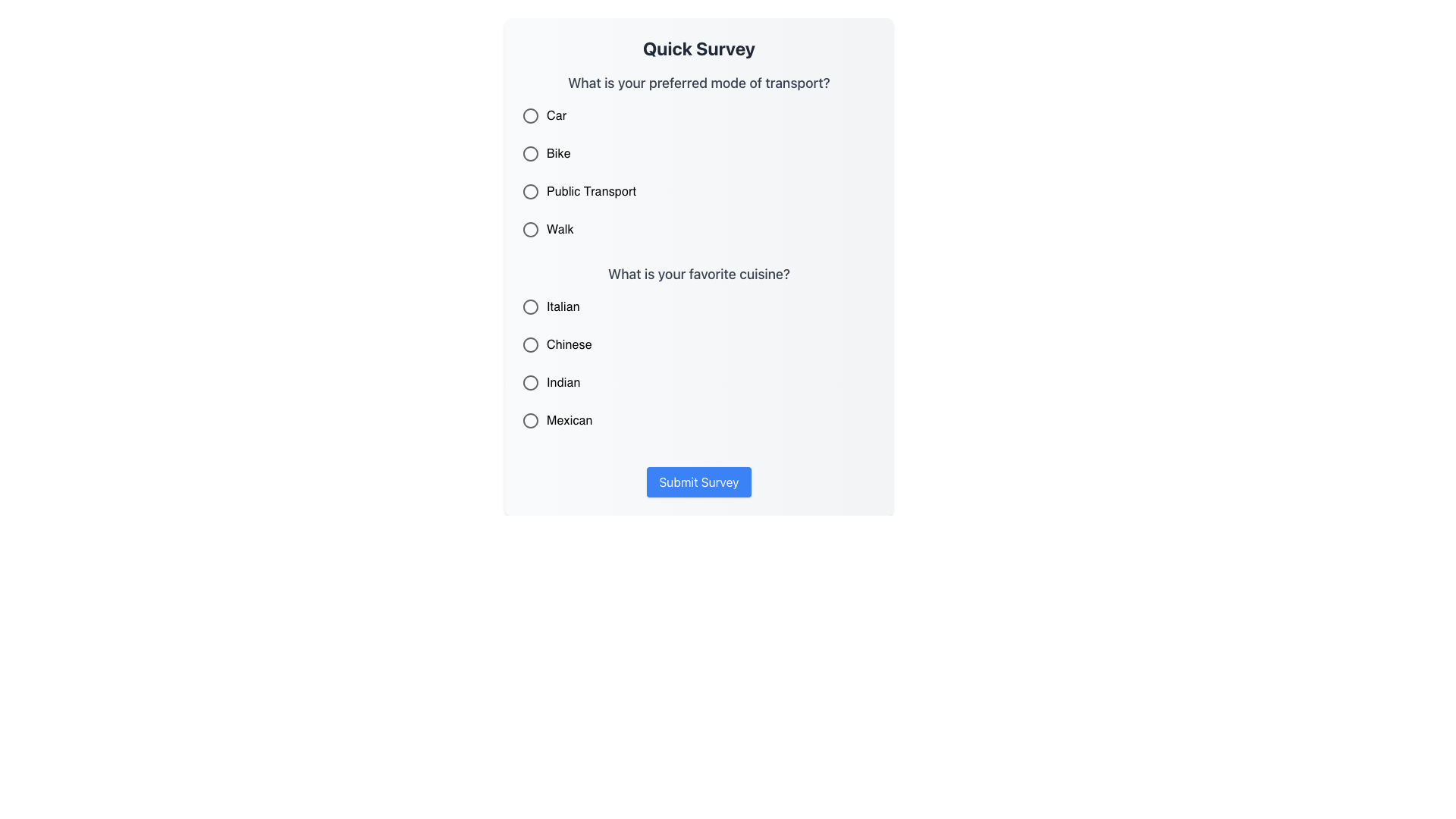  I want to click on title text of the survey, which is the first element in the rounded rectangle panel with a light gradient background, positioned above the question about preferred mode of transport, so click(698, 48).